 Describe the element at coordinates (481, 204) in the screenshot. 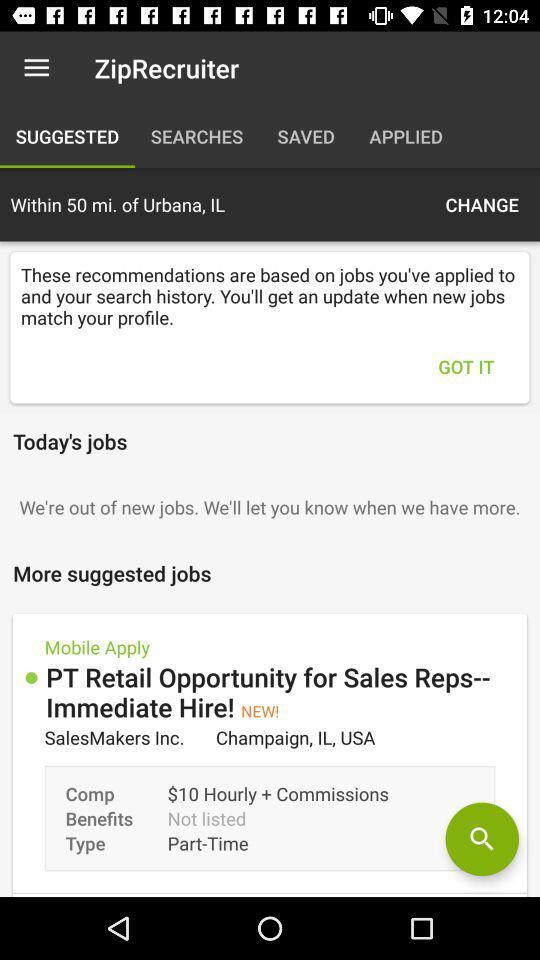

I see `item above the these recommendations are icon` at that location.